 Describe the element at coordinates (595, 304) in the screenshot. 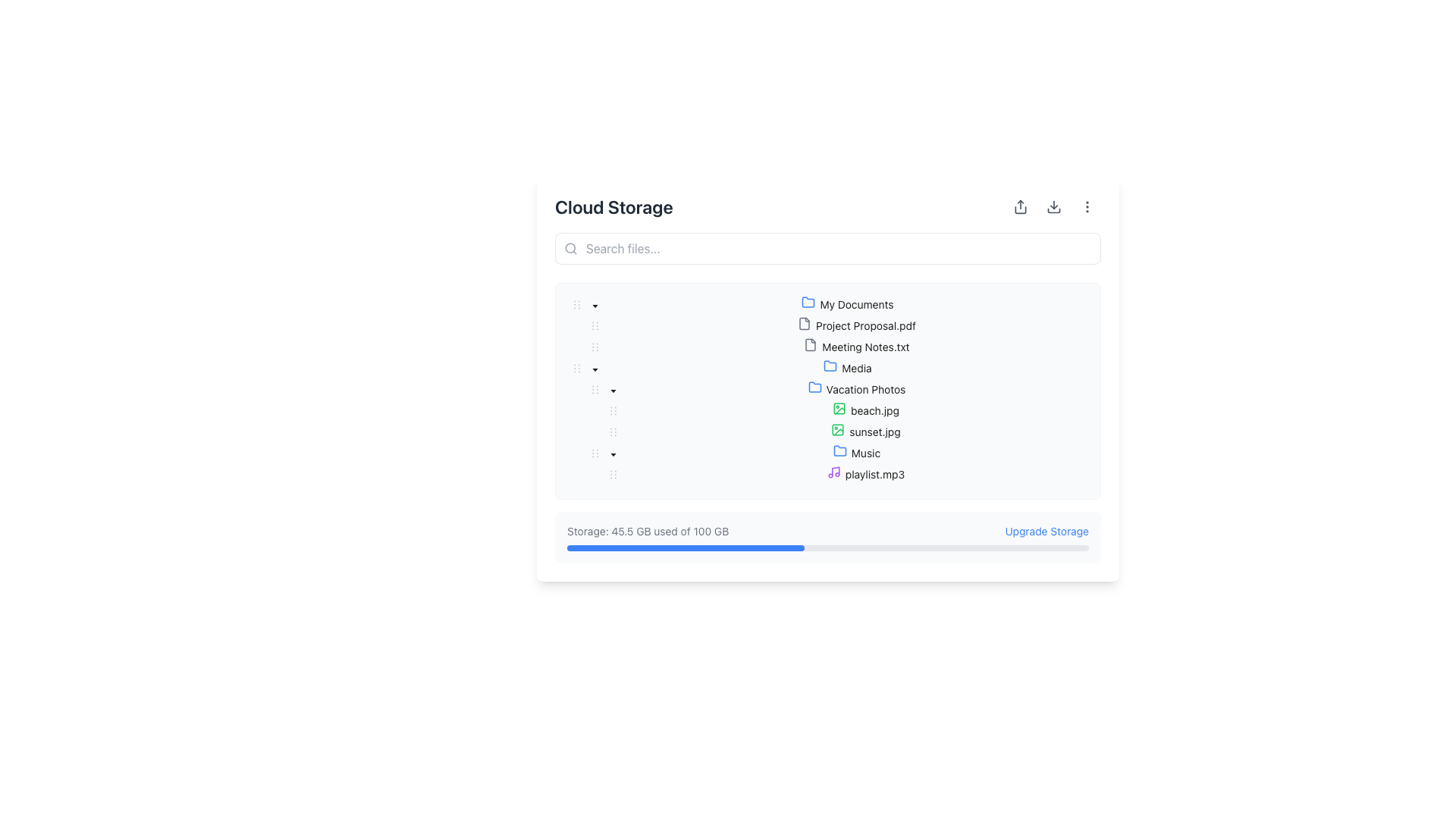

I see `the downward-pointing caret icon used for toggling the 'My Documents' section in the tree-view file explorer` at that location.